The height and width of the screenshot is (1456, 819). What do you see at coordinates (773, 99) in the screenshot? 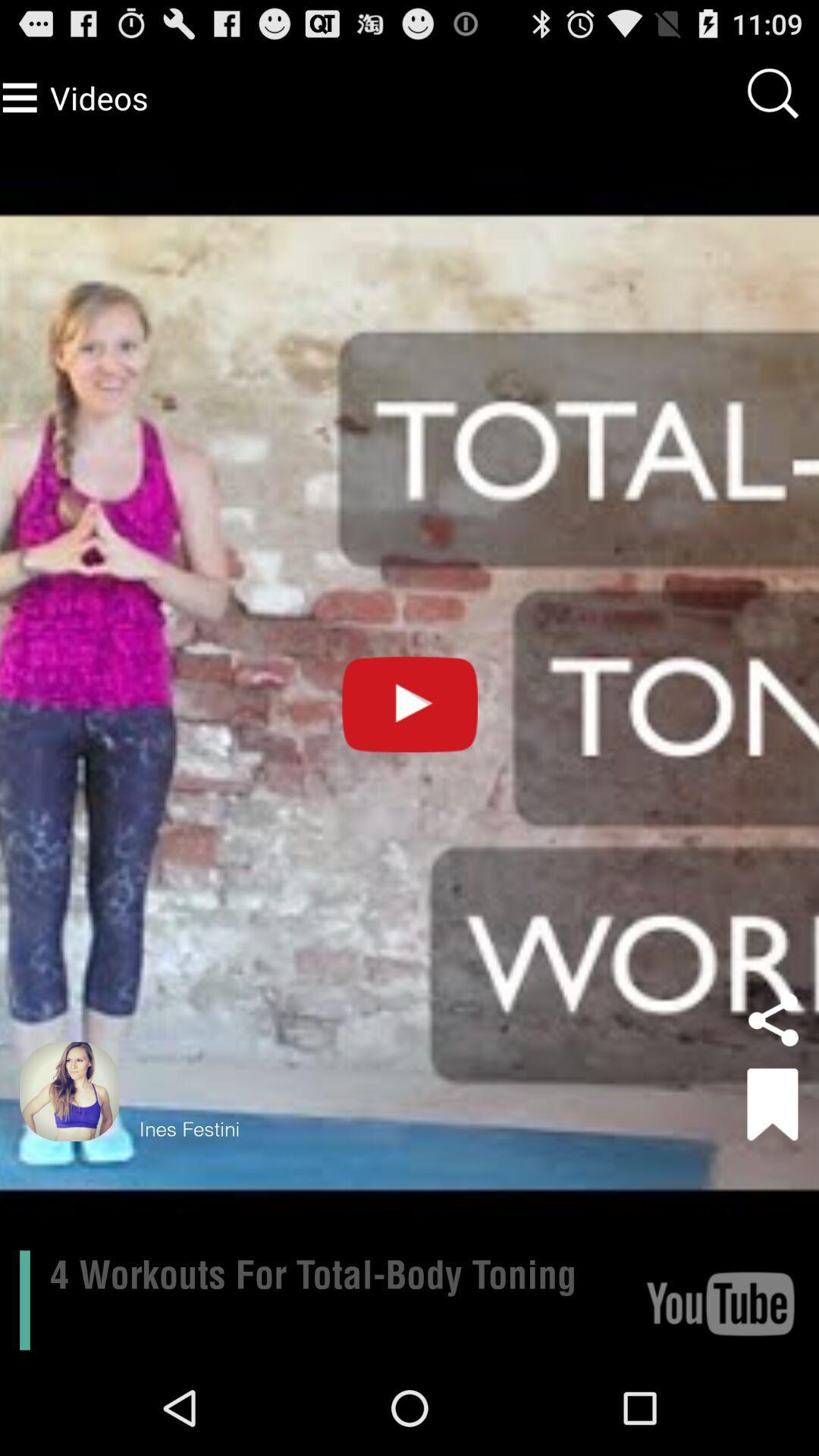
I see `the search icon` at bounding box center [773, 99].